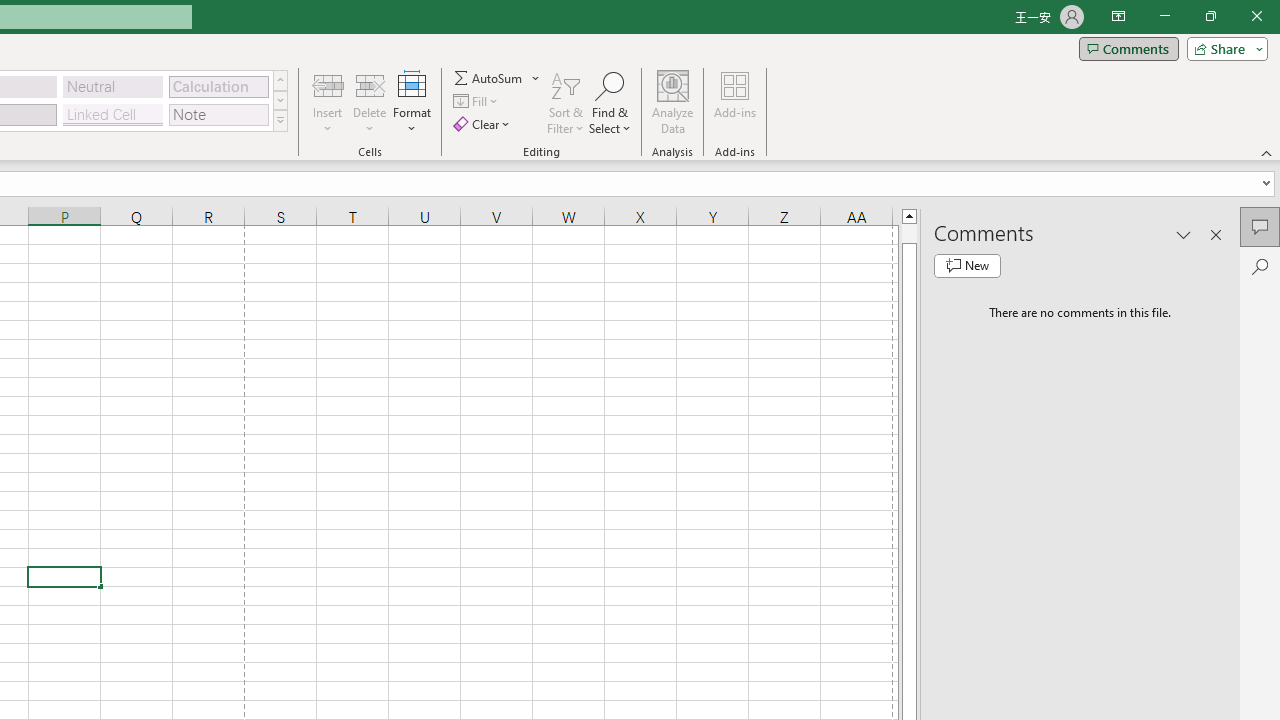 This screenshot has height=720, width=1280. What do you see at coordinates (279, 120) in the screenshot?
I see `'Cell Styles'` at bounding box center [279, 120].